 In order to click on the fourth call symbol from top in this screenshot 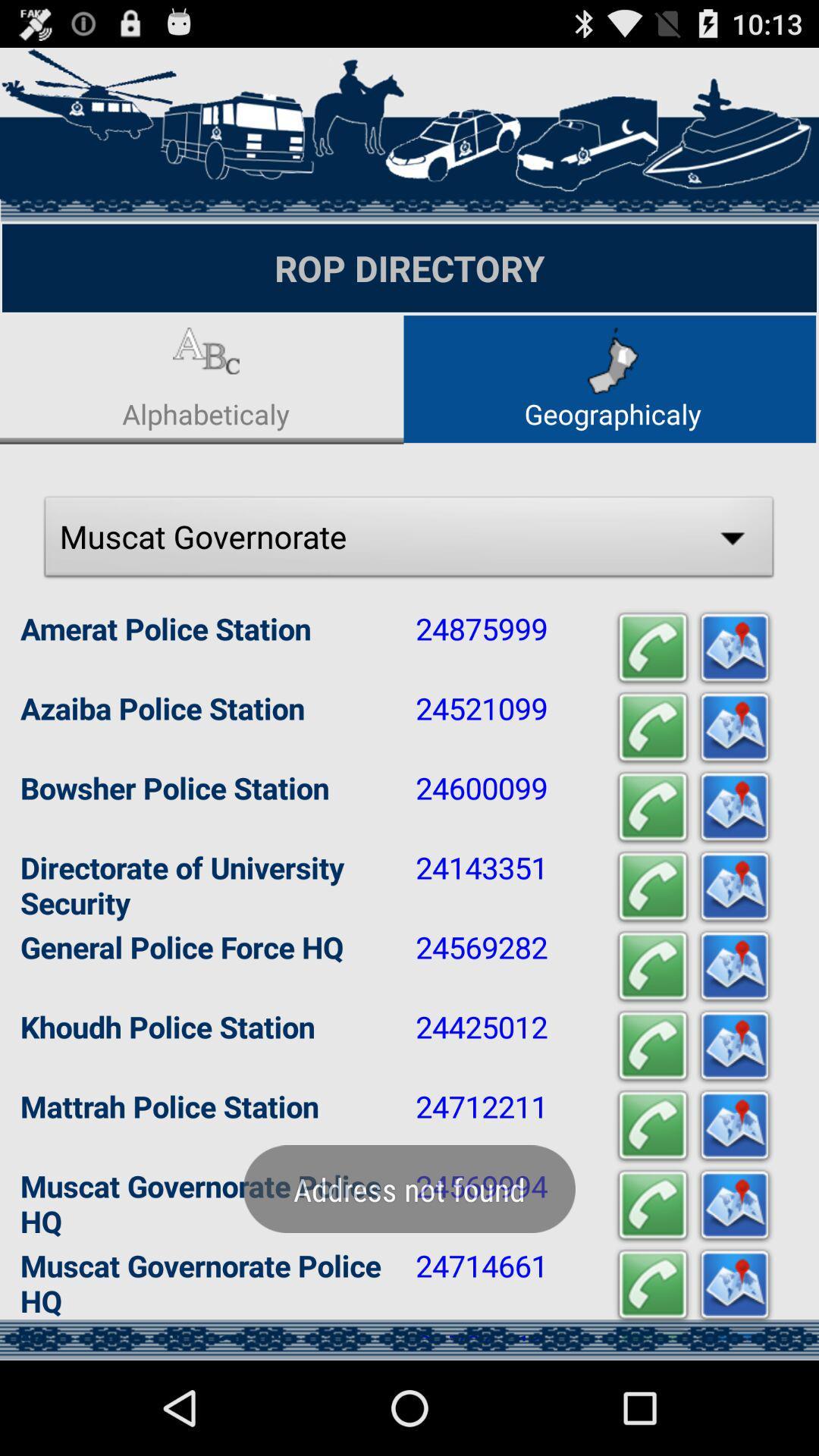, I will do `click(651, 887)`.